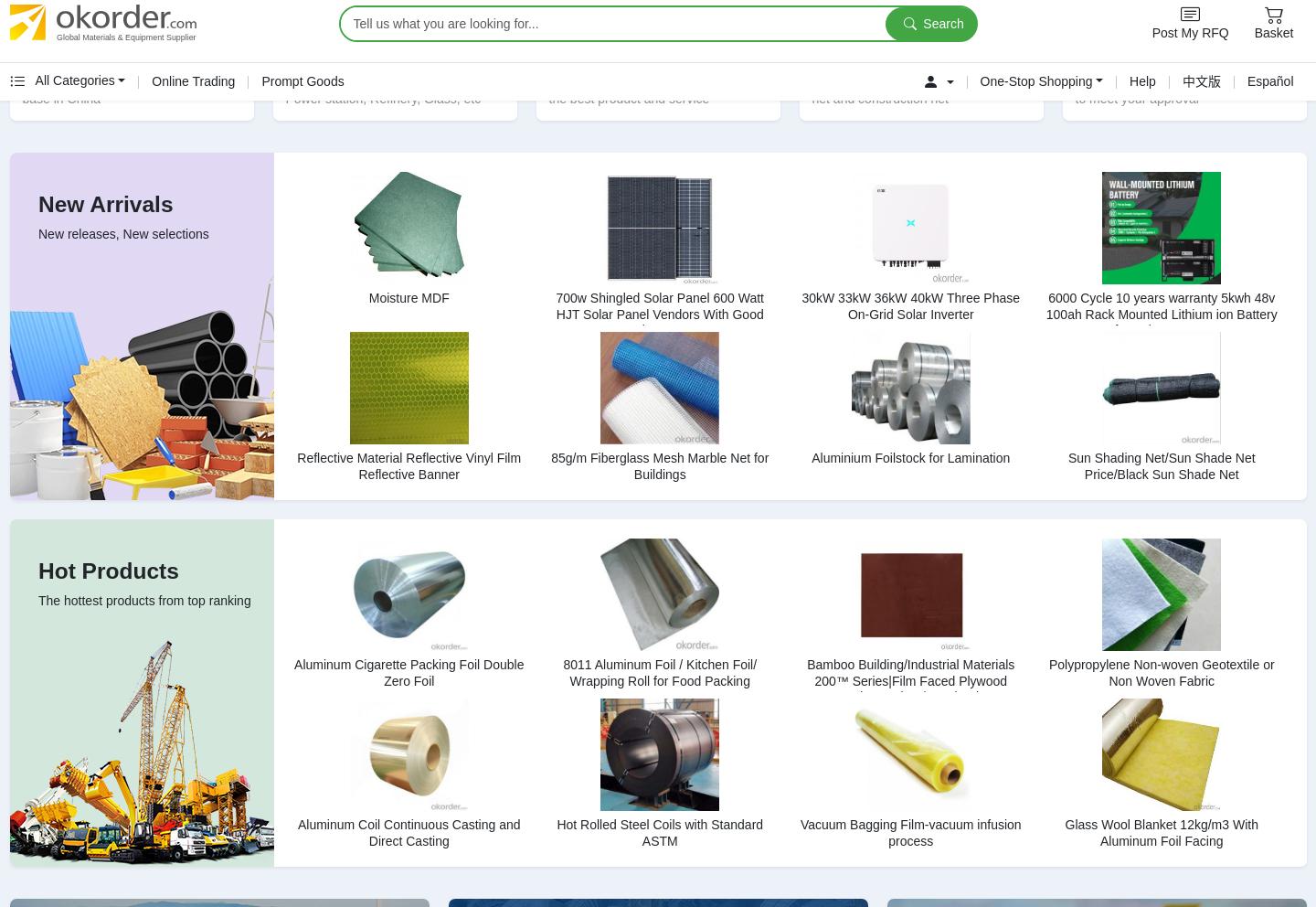 Image resolution: width=1316 pixels, height=907 pixels. I want to click on 'OKorder Guide', so click(7, 800).